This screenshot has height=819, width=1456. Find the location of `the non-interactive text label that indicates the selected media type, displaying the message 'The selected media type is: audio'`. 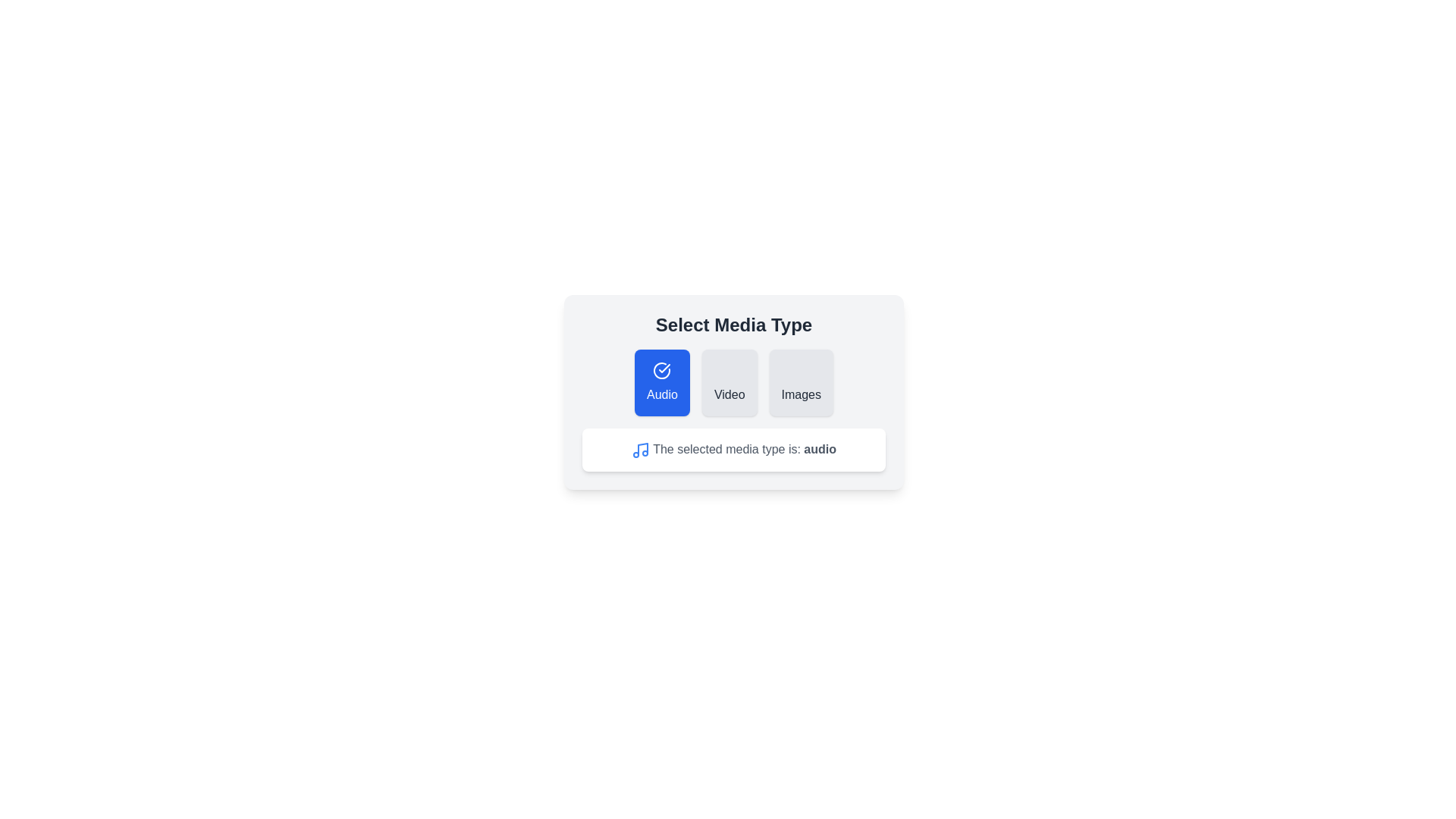

the non-interactive text label that indicates the selected media type, displaying the message 'The selected media type is: audio' is located at coordinates (819, 448).